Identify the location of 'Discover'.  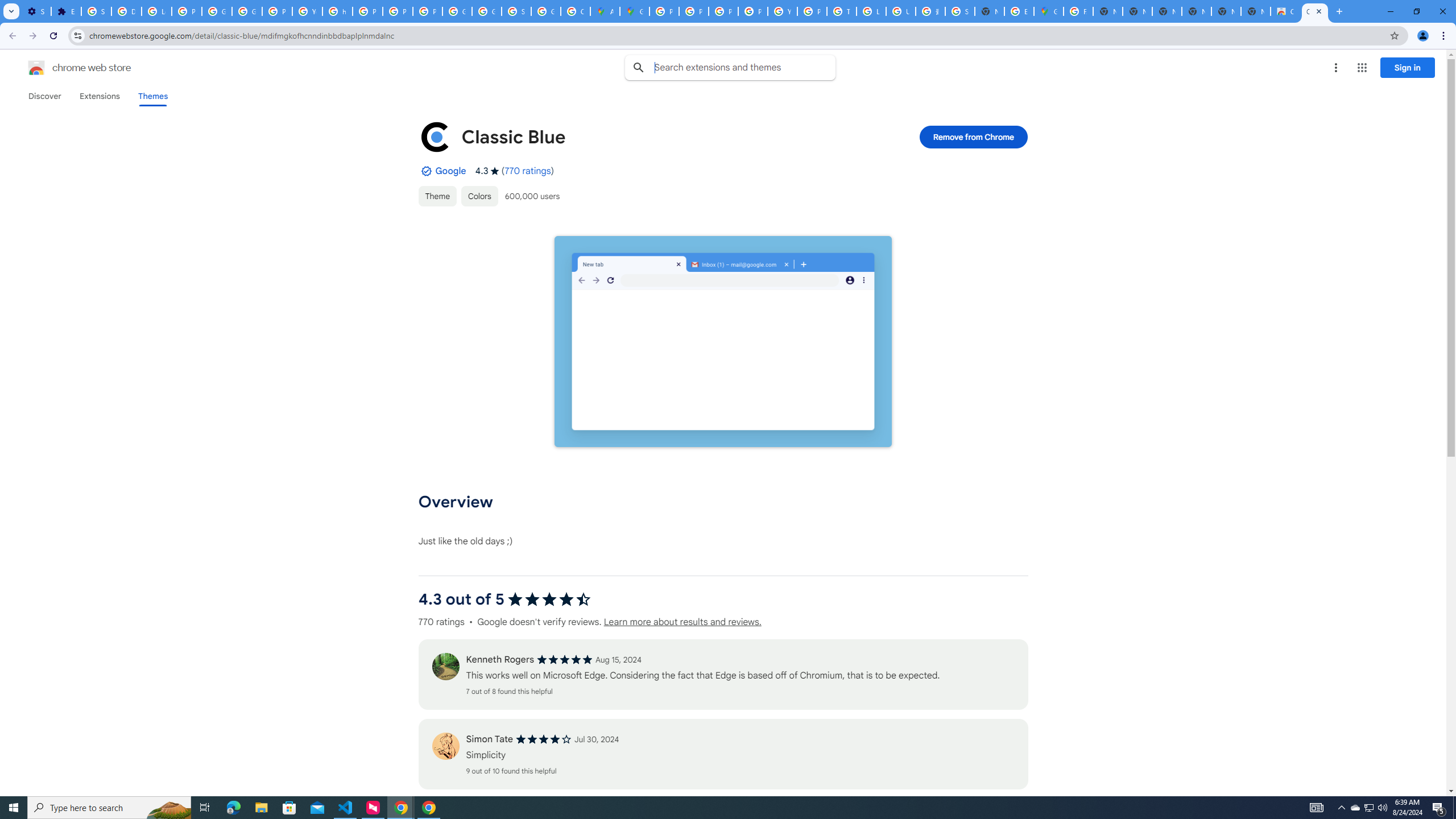
(44, 96).